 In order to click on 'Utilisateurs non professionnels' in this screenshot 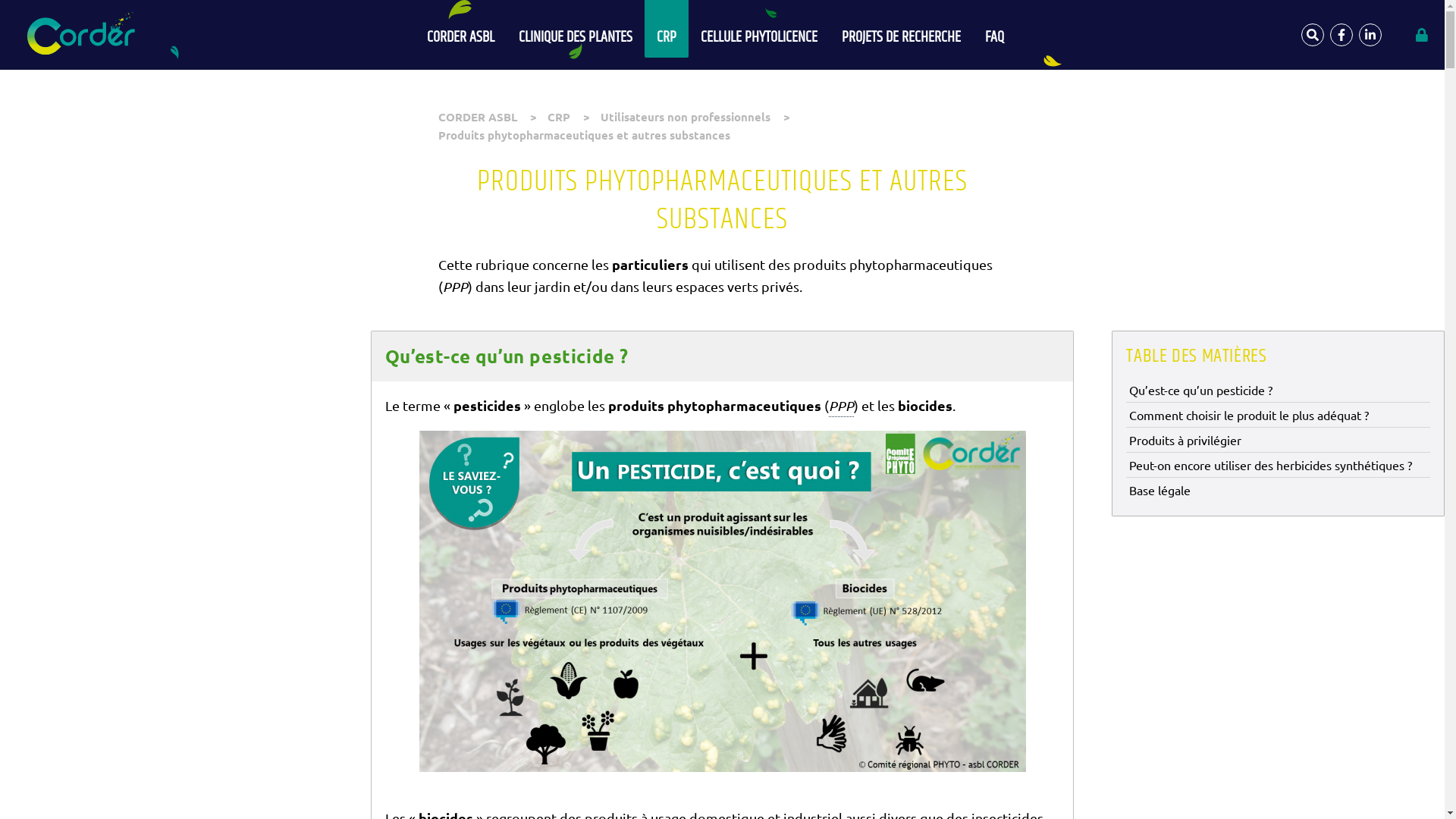, I will do `click(684, 116)`.